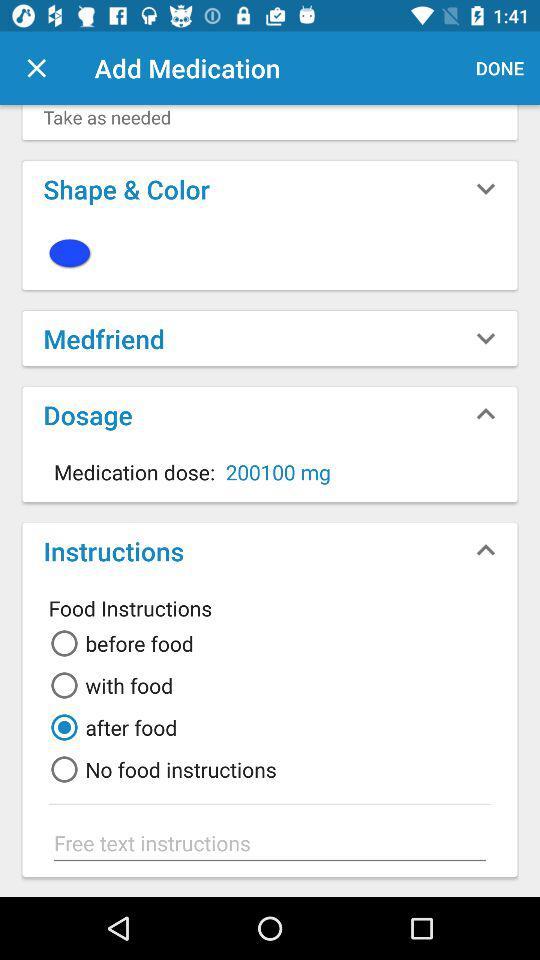 This screenshot has width=540, height=960. Describe the element at coordinates (270, 842) in the screenshot. I see `text for instructions not listed above` at that location.